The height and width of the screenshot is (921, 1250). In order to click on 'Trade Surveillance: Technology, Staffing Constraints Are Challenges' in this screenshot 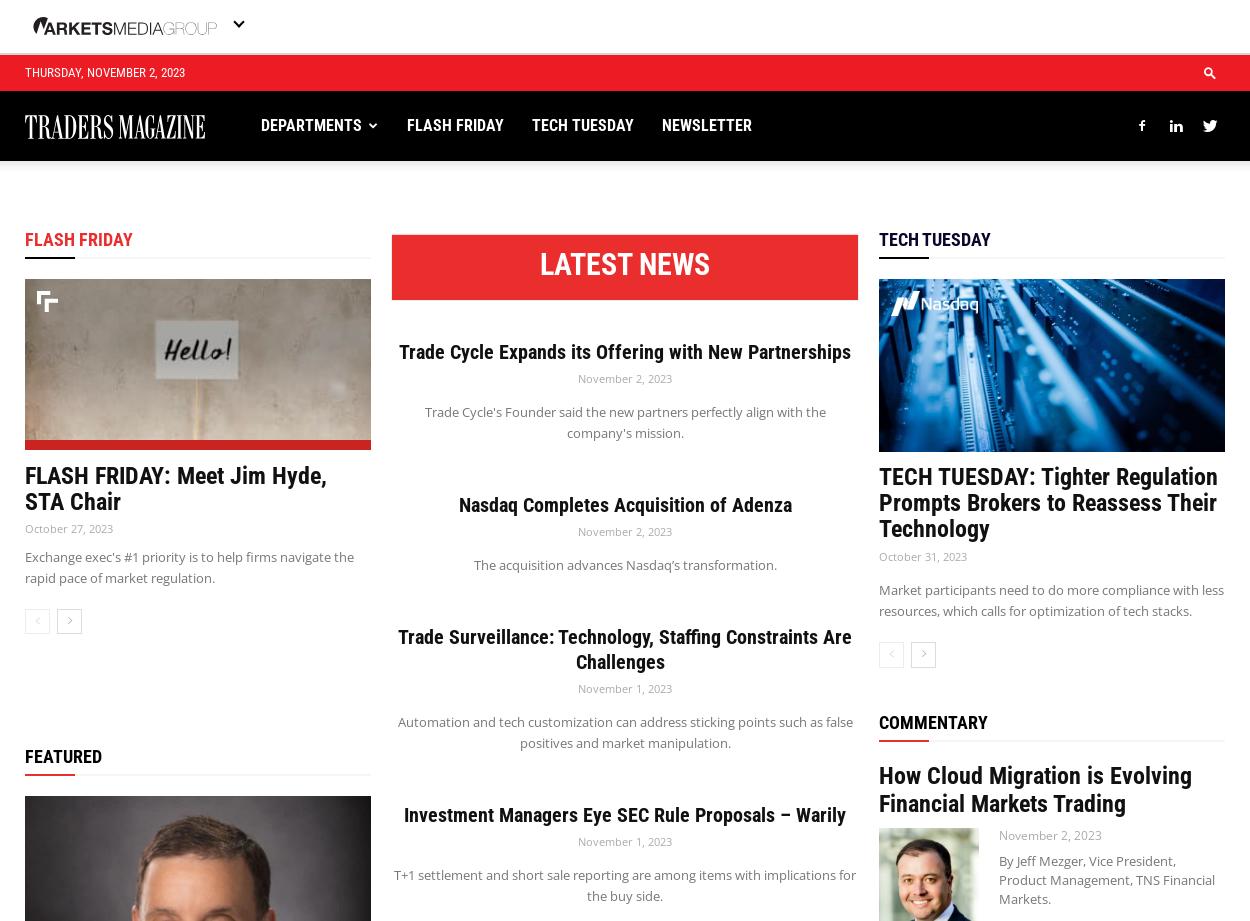, I will do `click(625, 648)`.